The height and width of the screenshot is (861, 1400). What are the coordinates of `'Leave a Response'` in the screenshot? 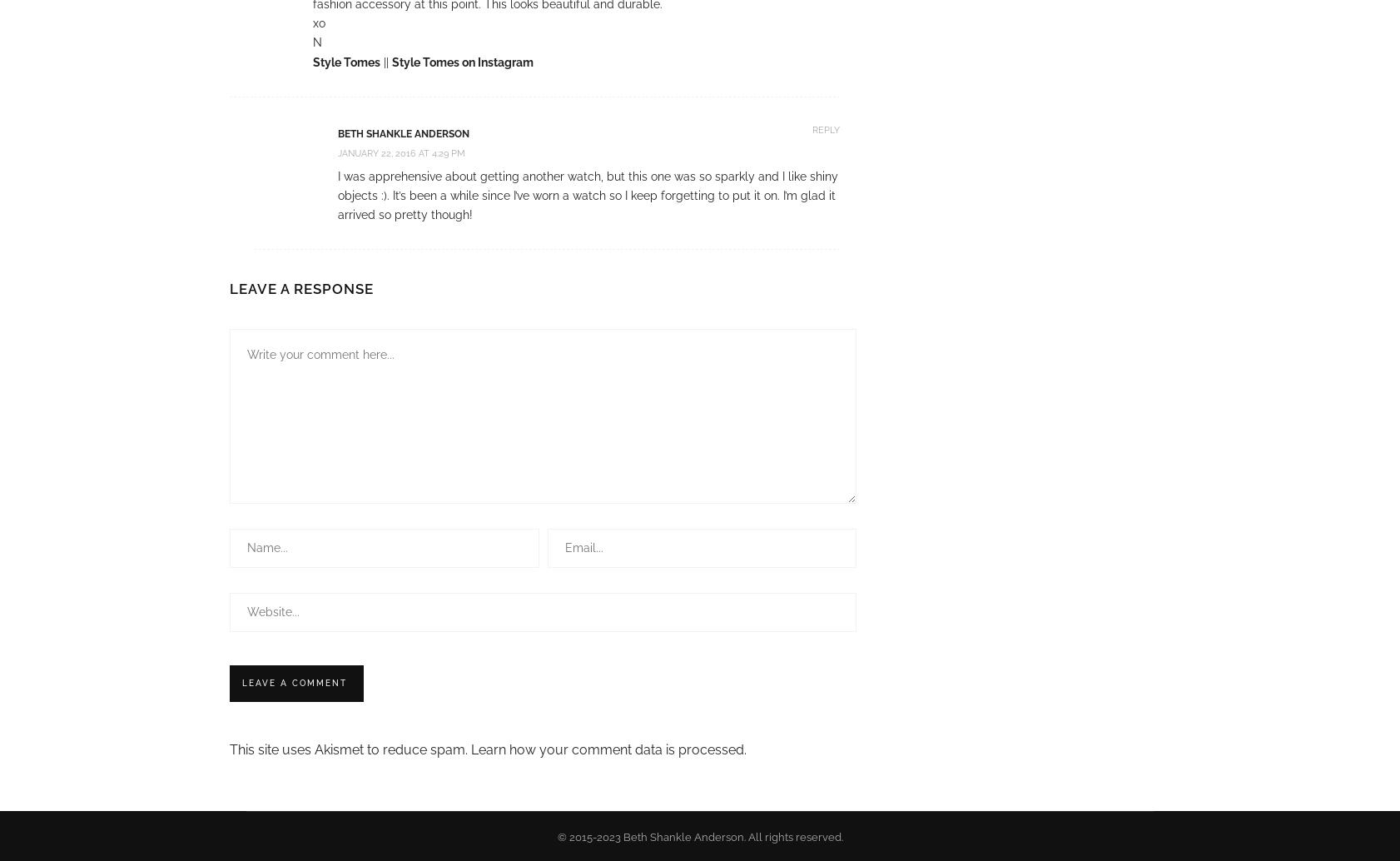 It's located at (300, 286).